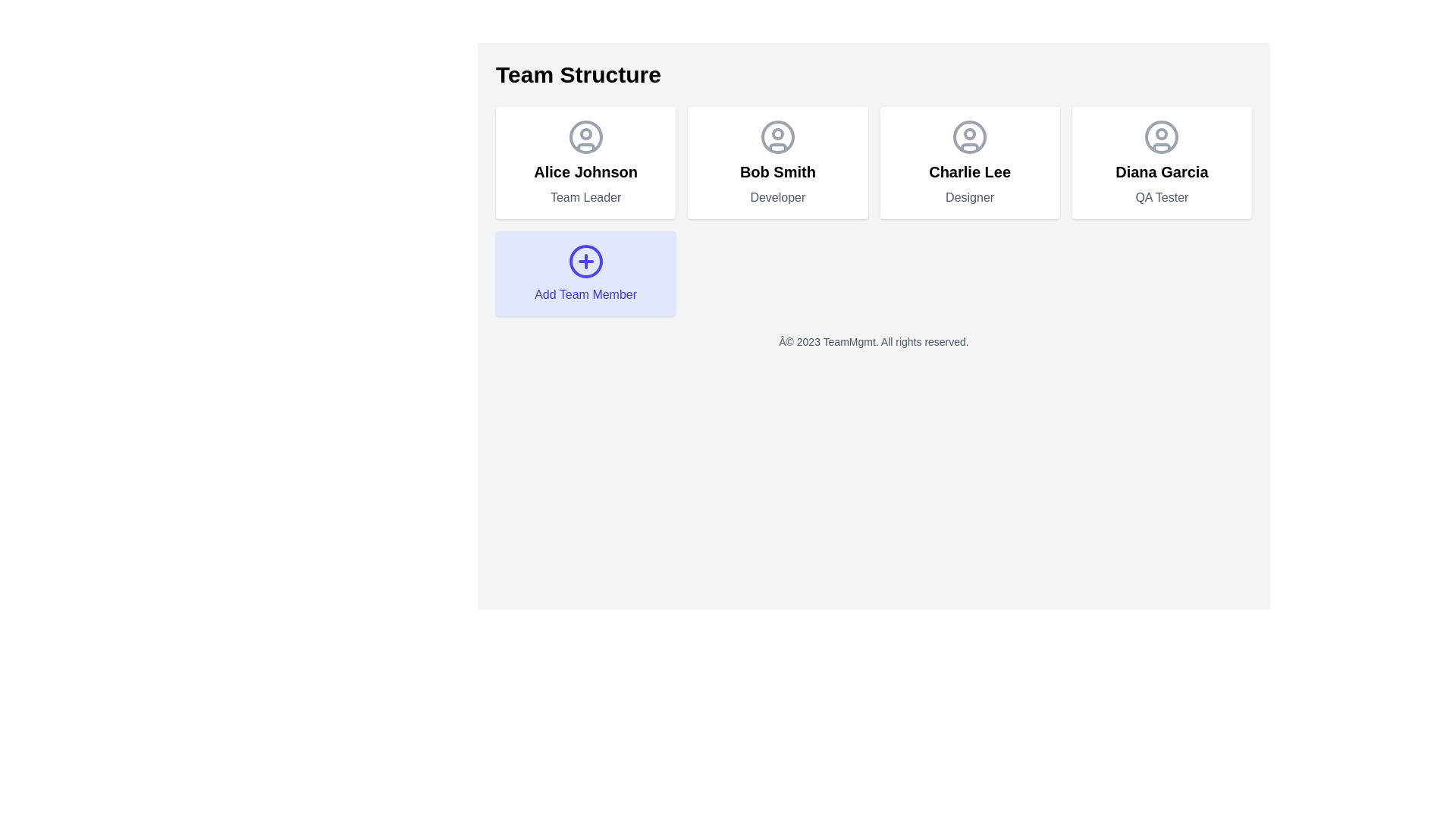 The height and width of the screenshot is (819, 1456). I want to click on the SVG Circle Element, which is a gray outlined circle within the user profile icon for 'Charlie Lee Designer' in the third card of the row of team members, so click(969, 137).